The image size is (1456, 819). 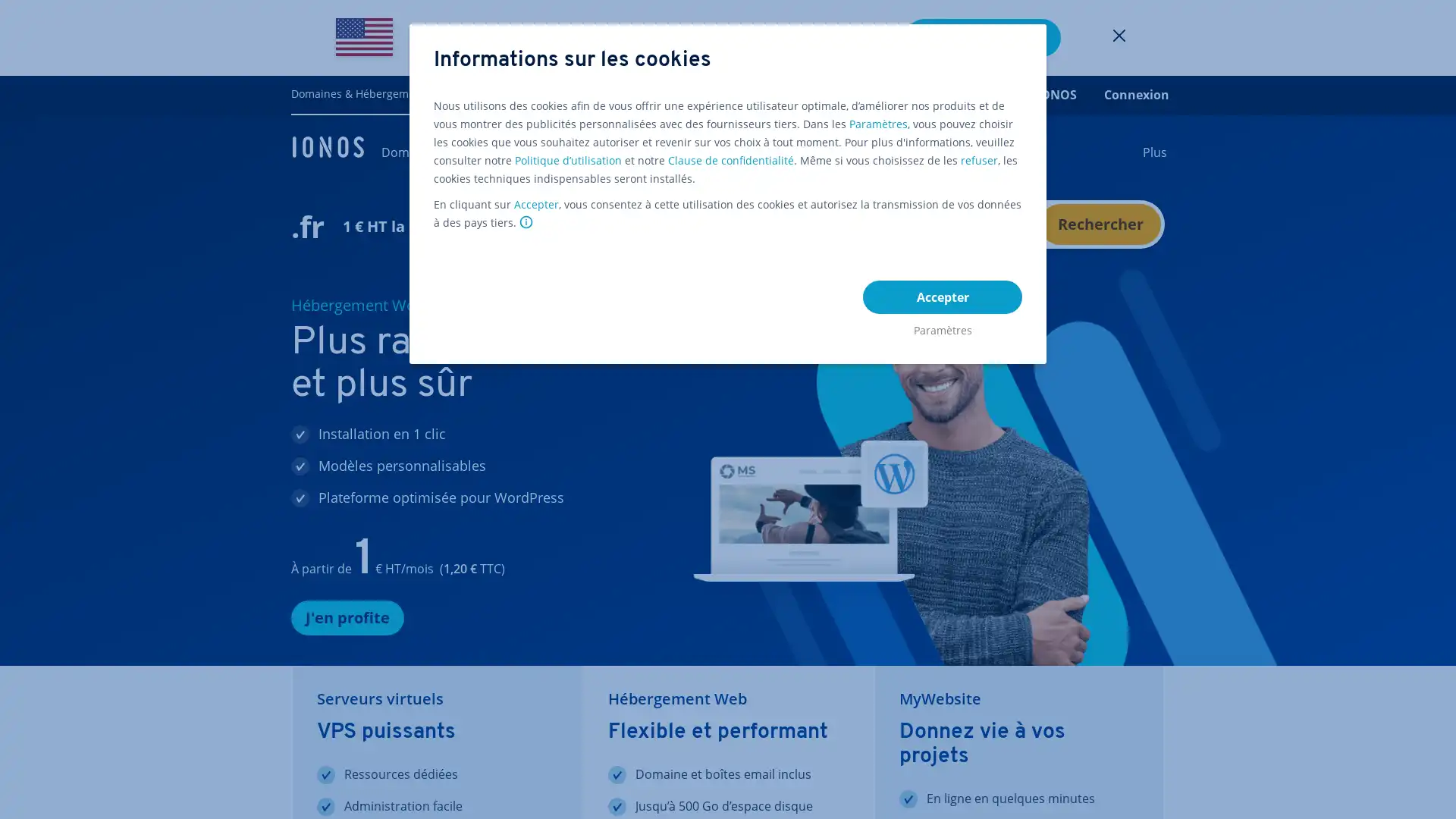 I want to click on Serveurs, so click(x=955, y=152).